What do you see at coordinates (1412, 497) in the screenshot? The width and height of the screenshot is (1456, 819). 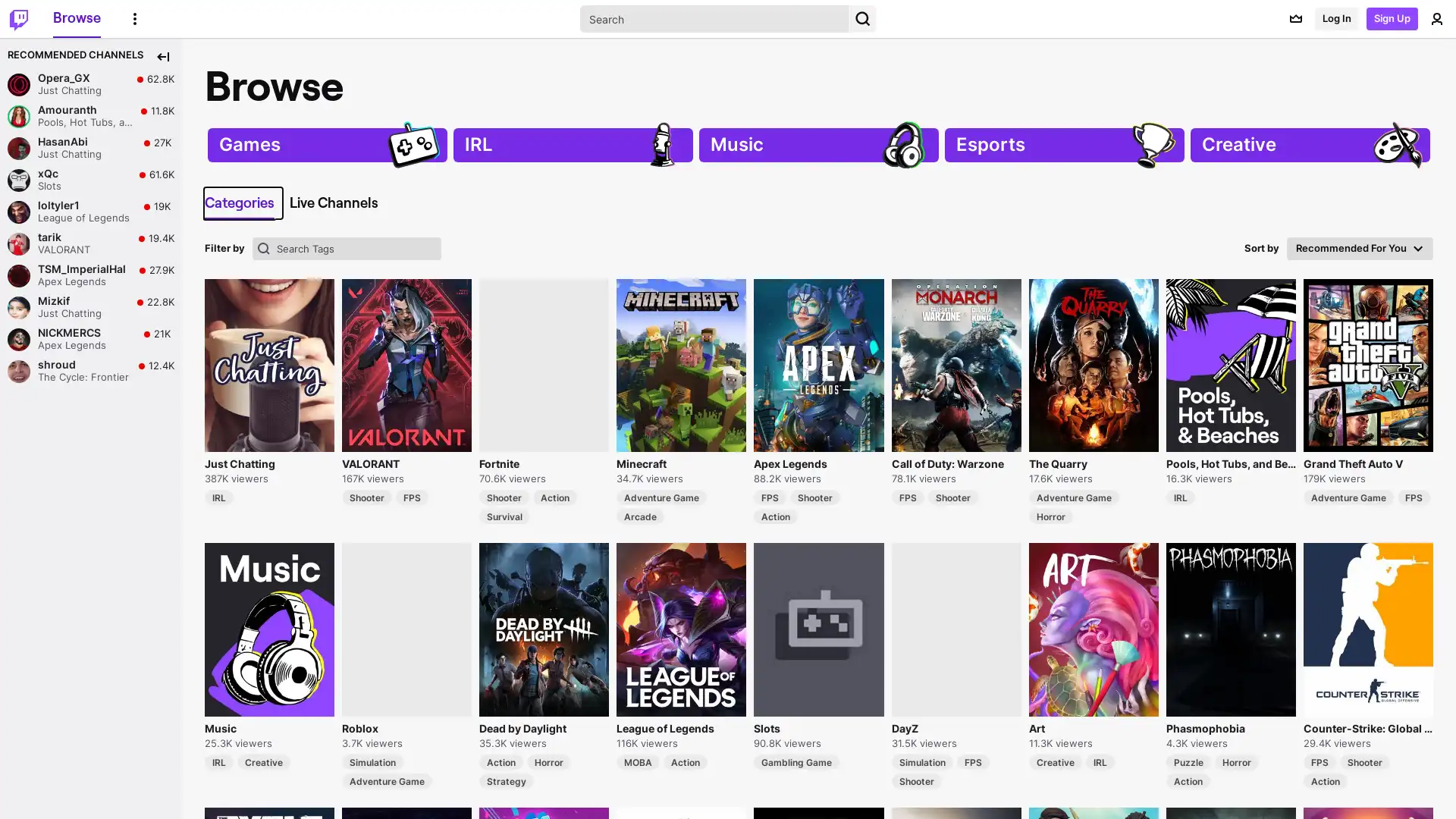 I see `FPS` at bounding box center [1412, 497].